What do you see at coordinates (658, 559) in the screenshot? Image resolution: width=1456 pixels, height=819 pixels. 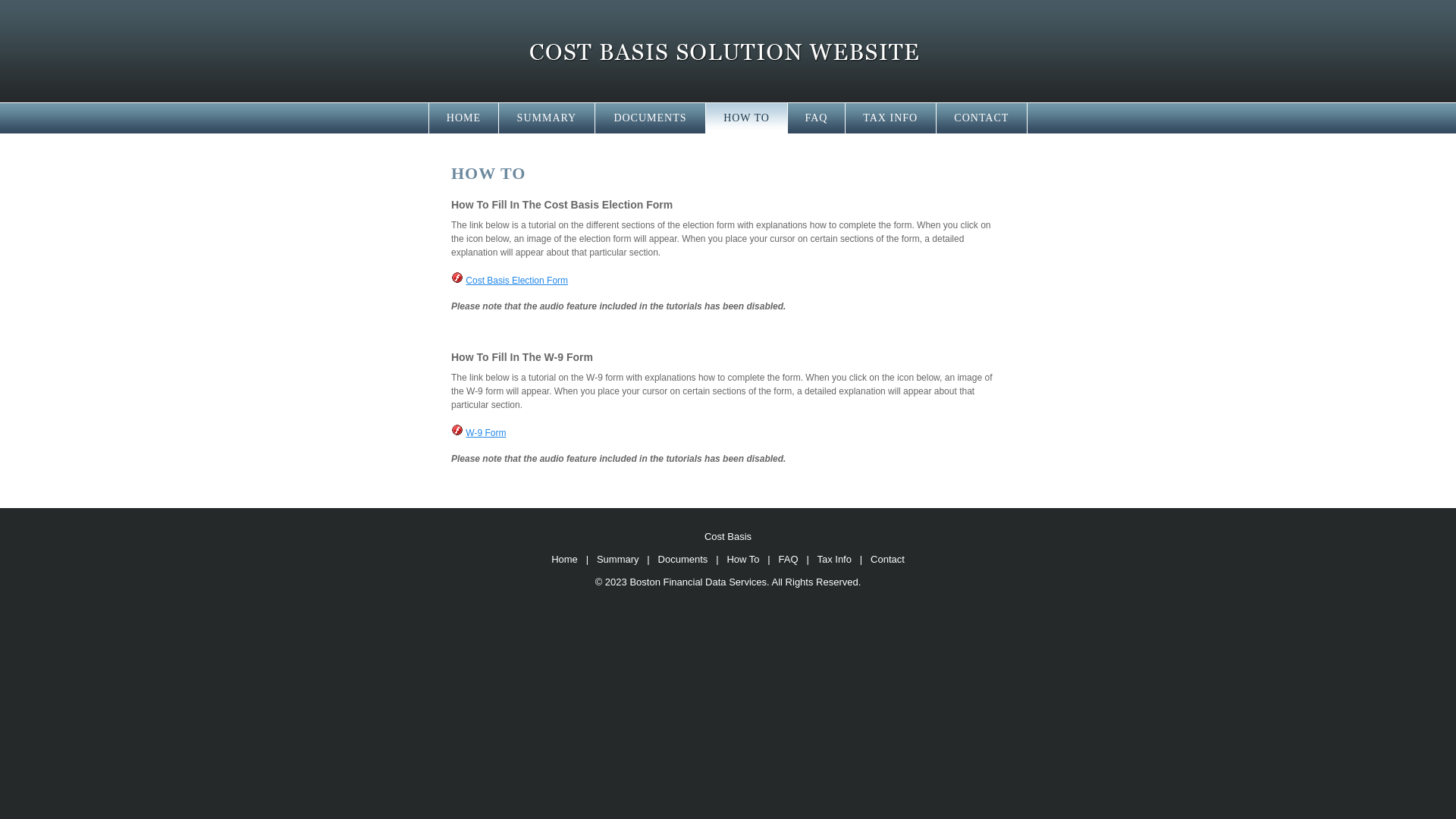 I see `'Documents'` at bounding box center [658, 559].